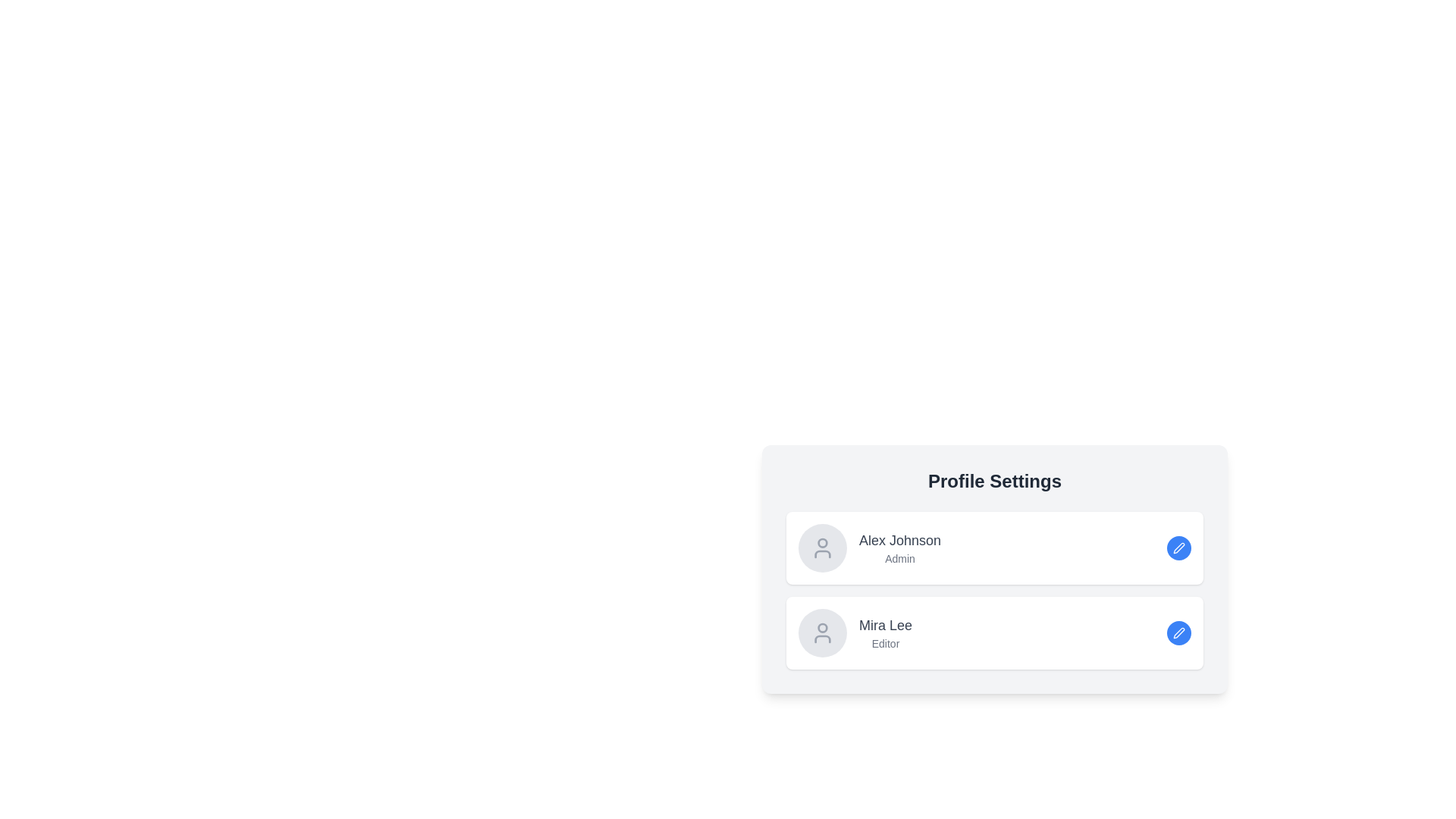 This screenshot has width=1456, height=819. I want to click on the Profile Information Card displaying user profile information, located, so click(870, 548).